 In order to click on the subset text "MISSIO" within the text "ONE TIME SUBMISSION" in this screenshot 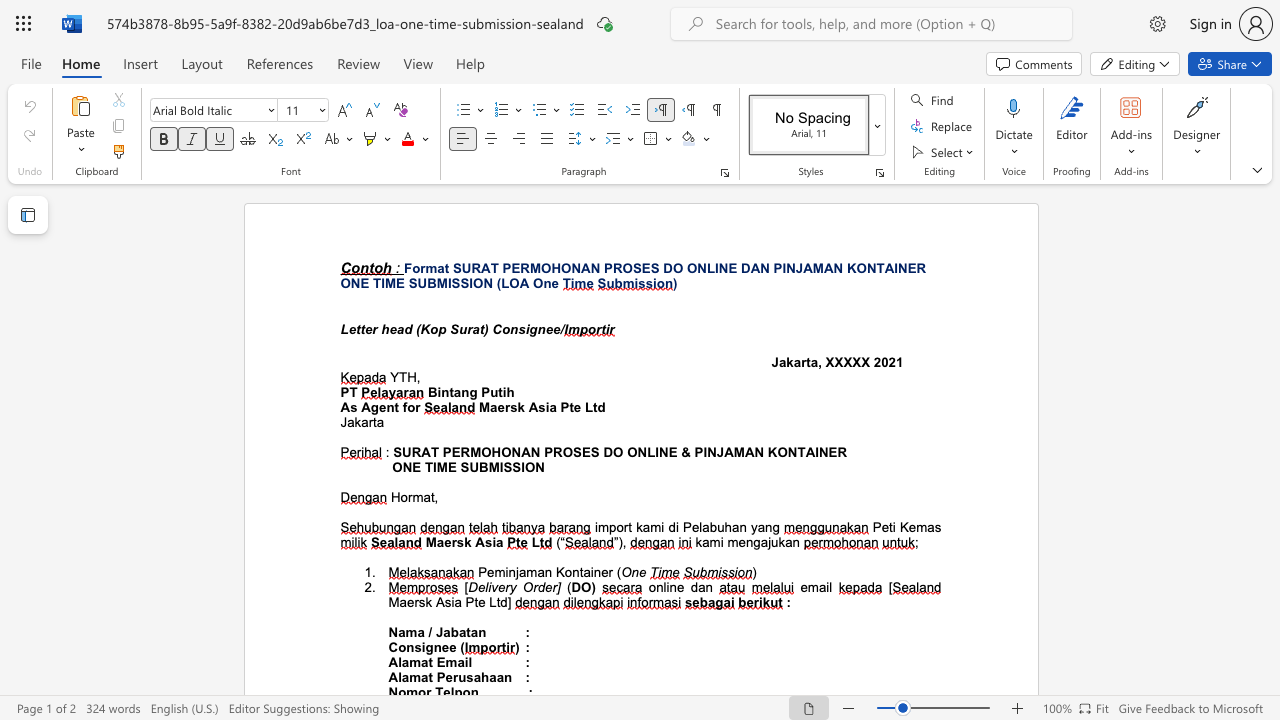, I will do `click(488, 467)`.